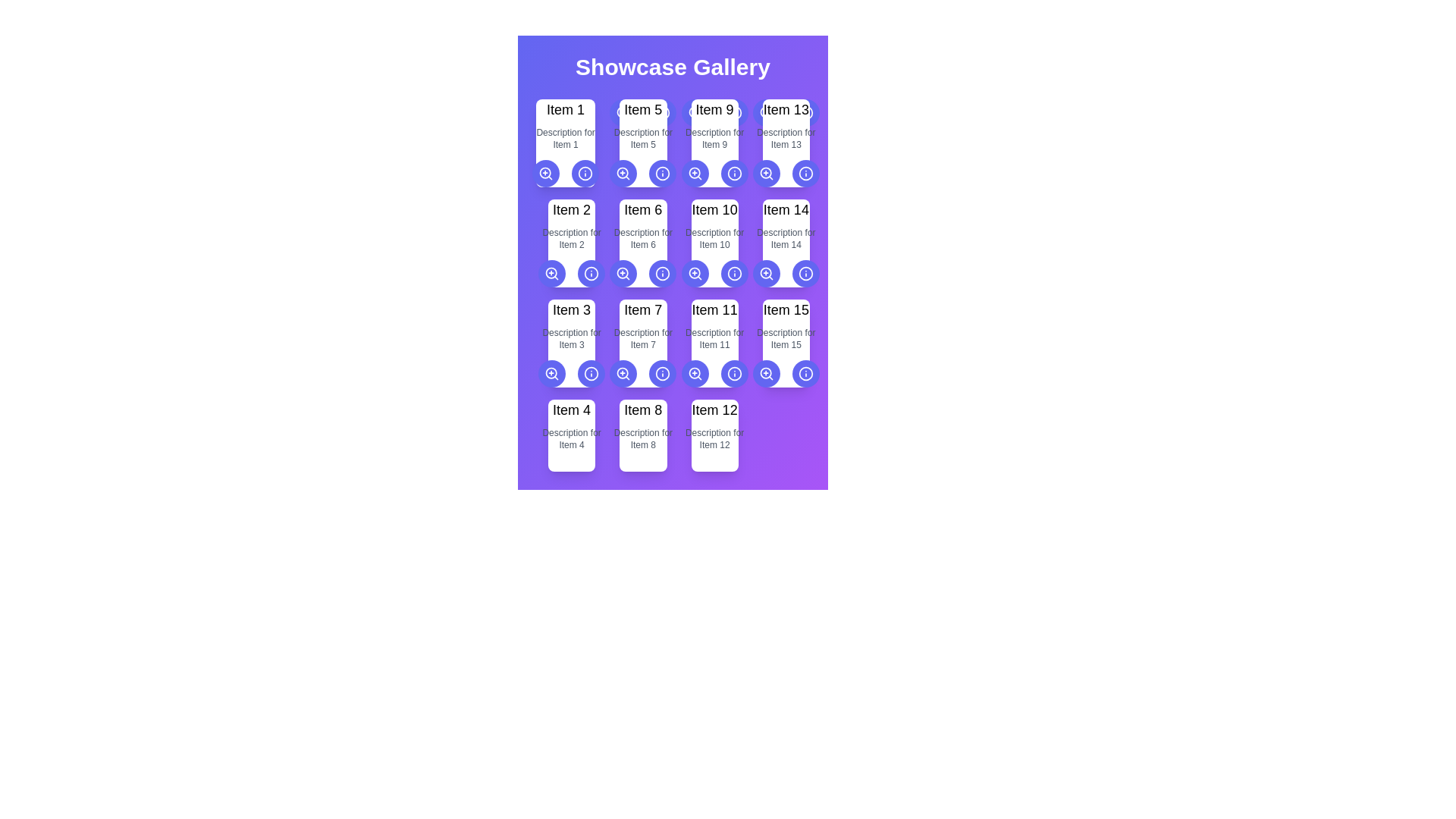 The height and width of the screenshot is (819, 1456). I want to click on the first button with an embedded icon below the 'Item 2' card, so click(551, 274).